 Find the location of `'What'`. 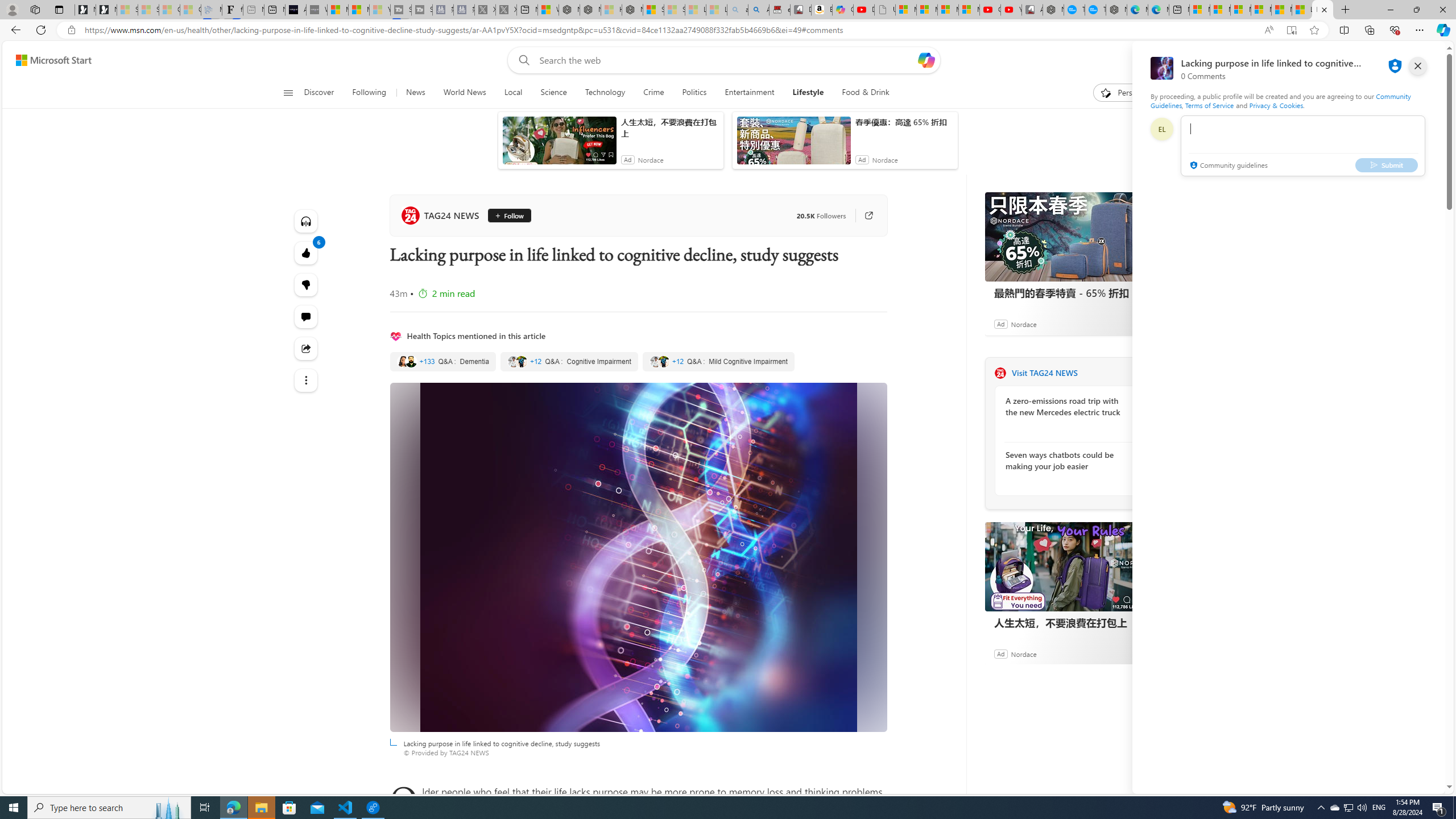

'What' is located at coordinates (316, 9).